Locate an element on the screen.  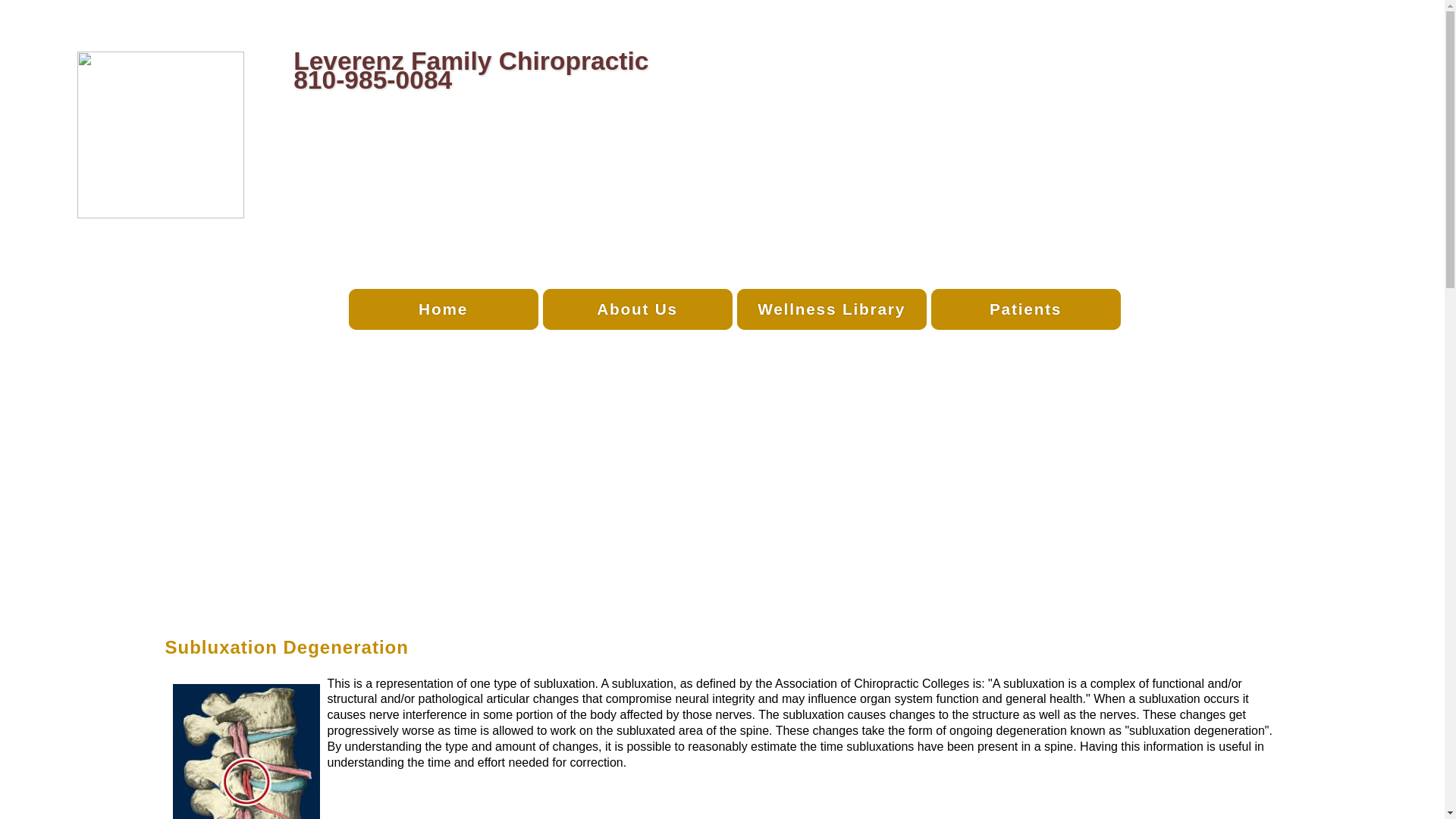
'About Us' is located at coordinates (637, 309).